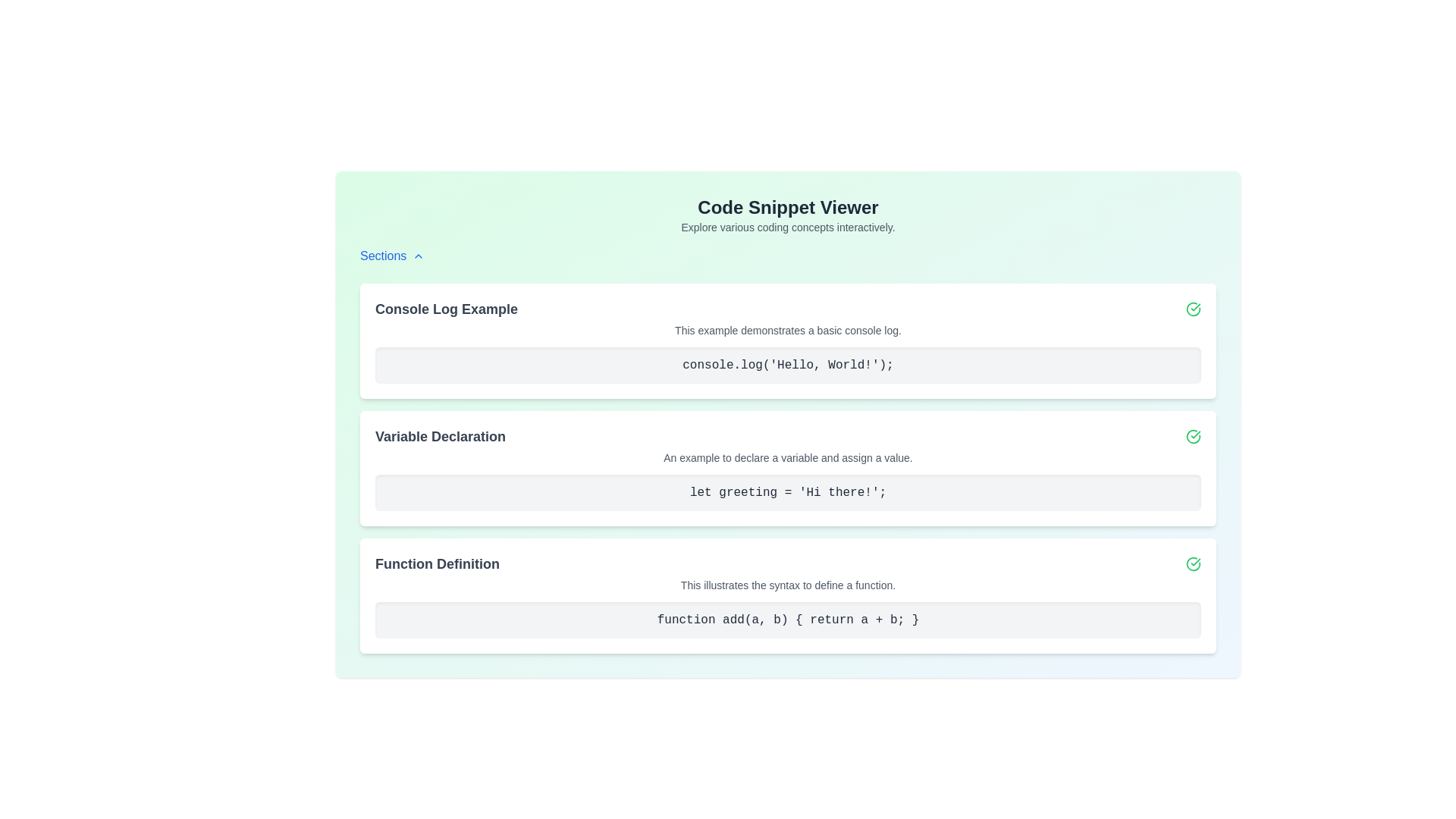 This screenshot has width=1456, height=819. What do you see at coordinates (788, 227) in the screenshot?
I see `the static text element that provides descriptive context beneath the 'Code Snippet Viewer' heading` at bounding box center [788, 227].